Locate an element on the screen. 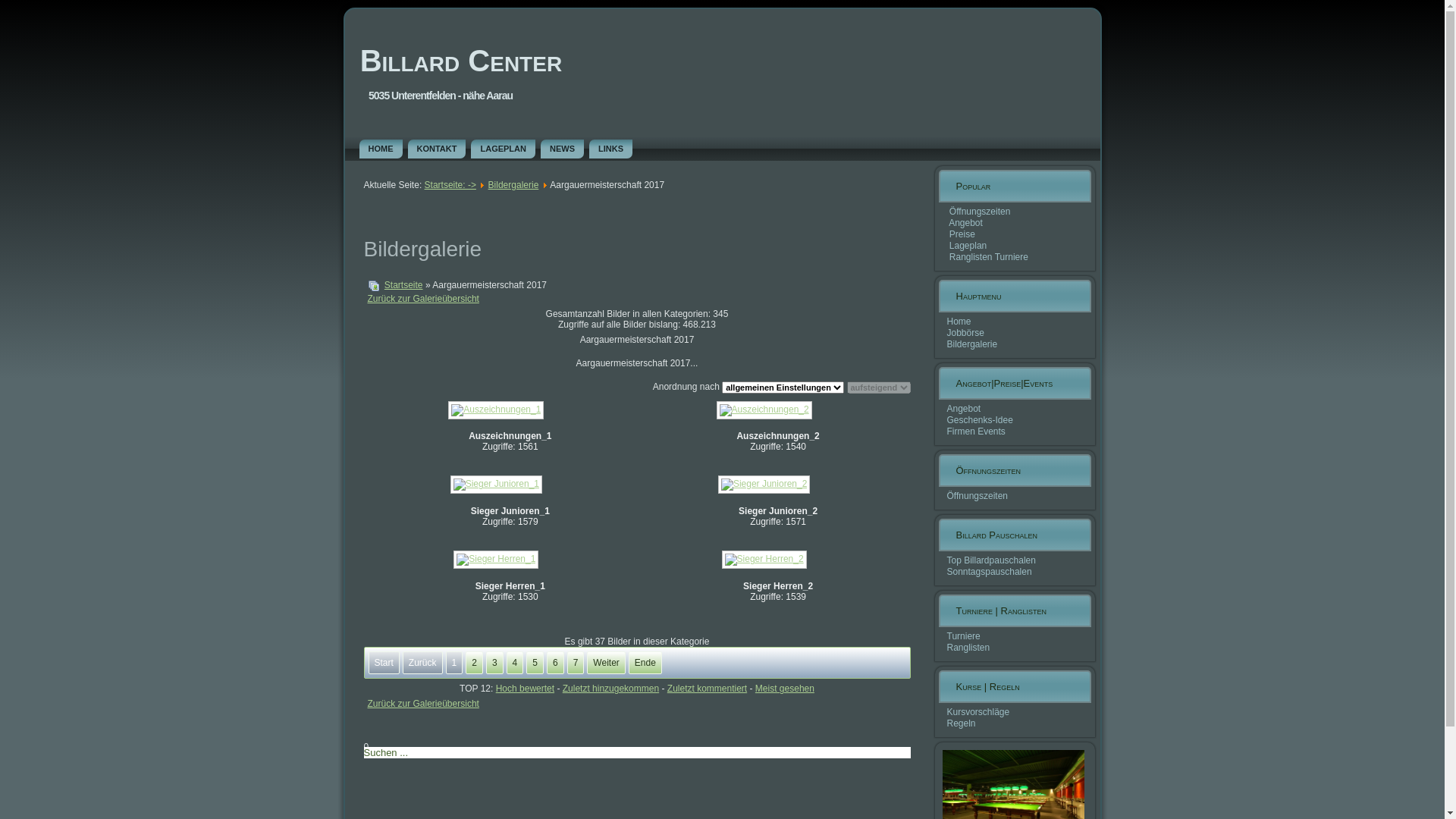  'HOME' is located at coordinates (381, 149).